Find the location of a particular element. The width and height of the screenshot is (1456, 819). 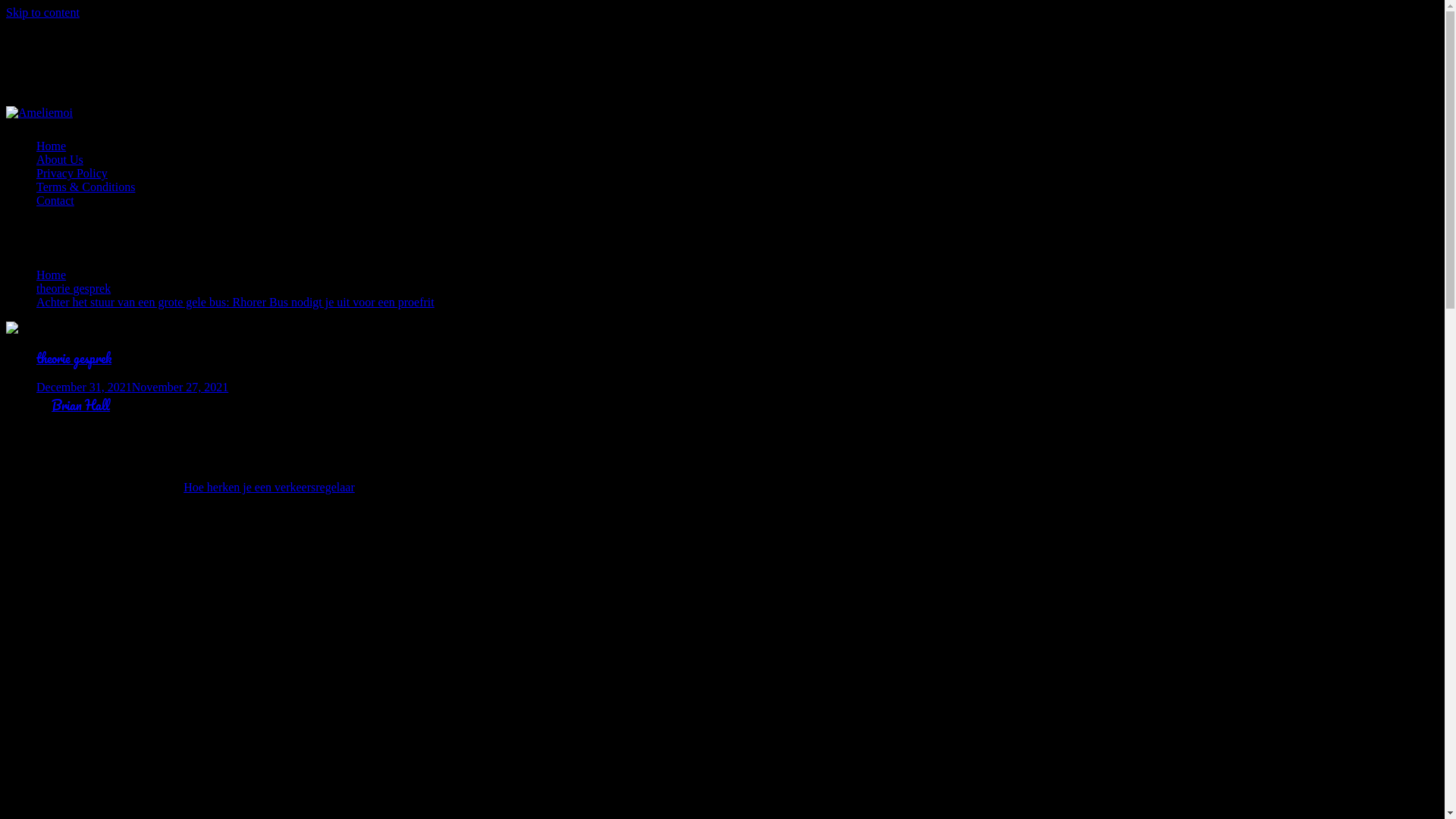

'theorie gesprek' is located at coordinates (72, 288).